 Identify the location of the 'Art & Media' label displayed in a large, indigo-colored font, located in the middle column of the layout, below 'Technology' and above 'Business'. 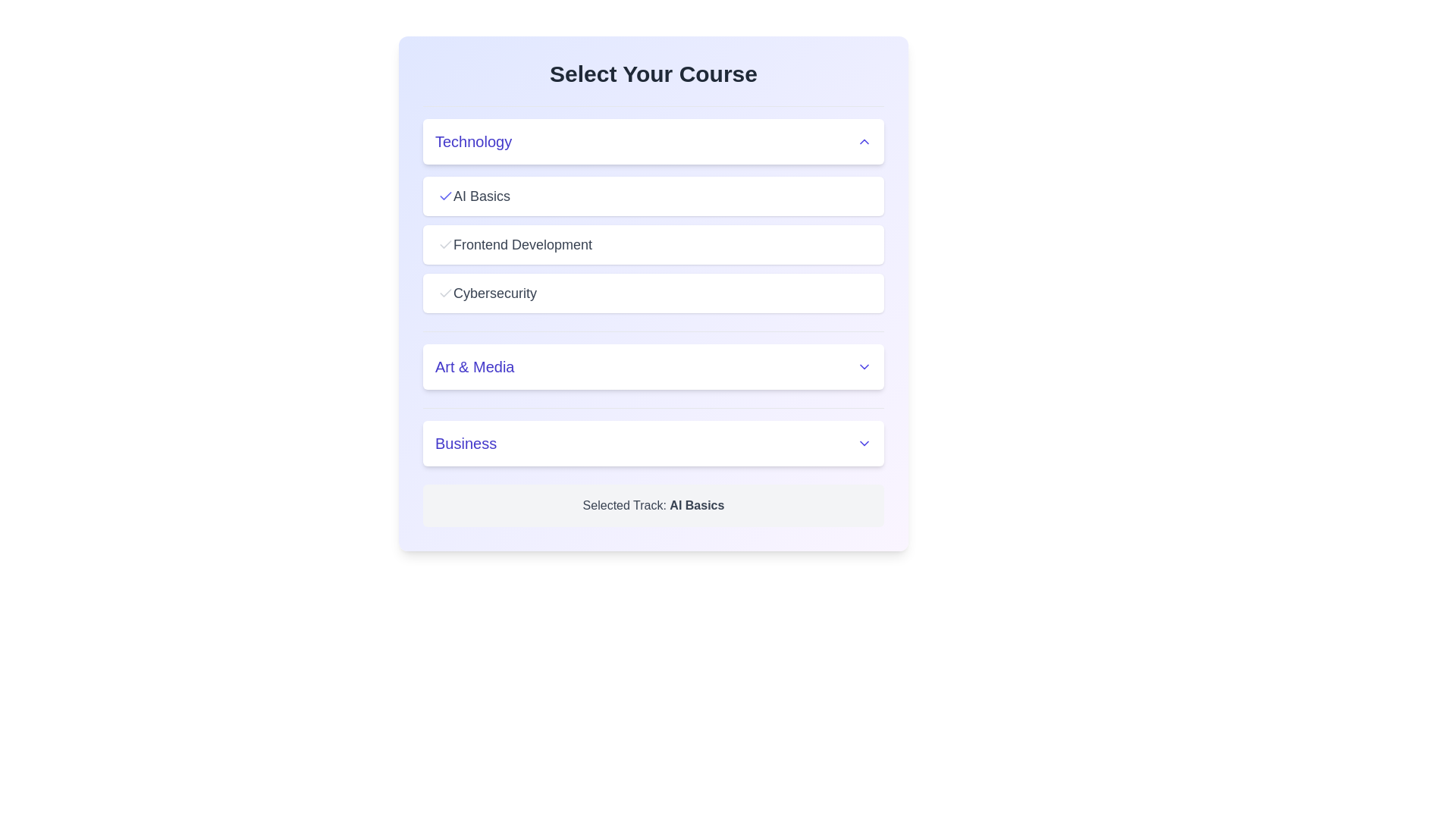
(474, 366).